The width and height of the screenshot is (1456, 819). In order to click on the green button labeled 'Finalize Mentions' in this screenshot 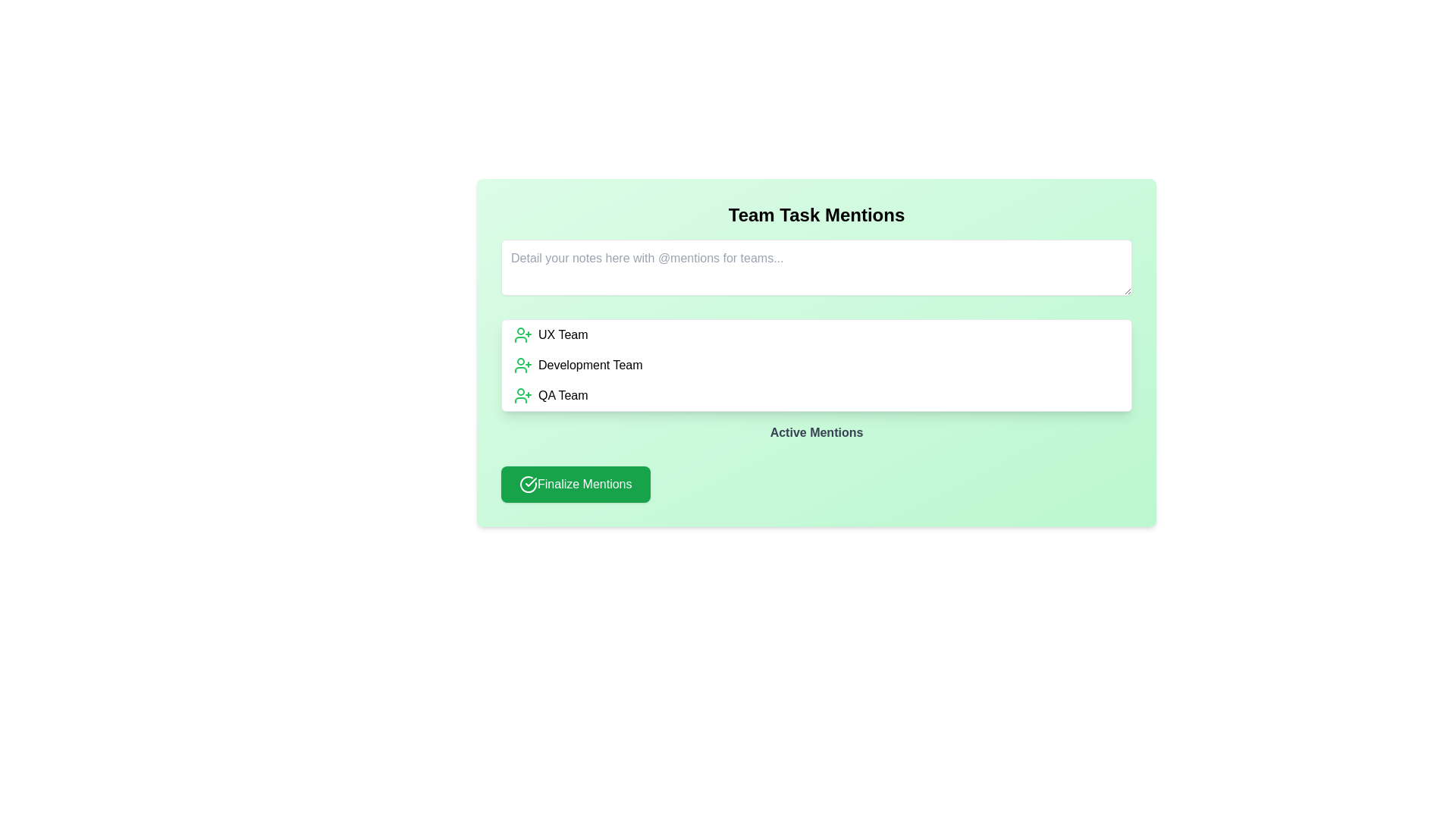, I will do `click(575, 485)`.